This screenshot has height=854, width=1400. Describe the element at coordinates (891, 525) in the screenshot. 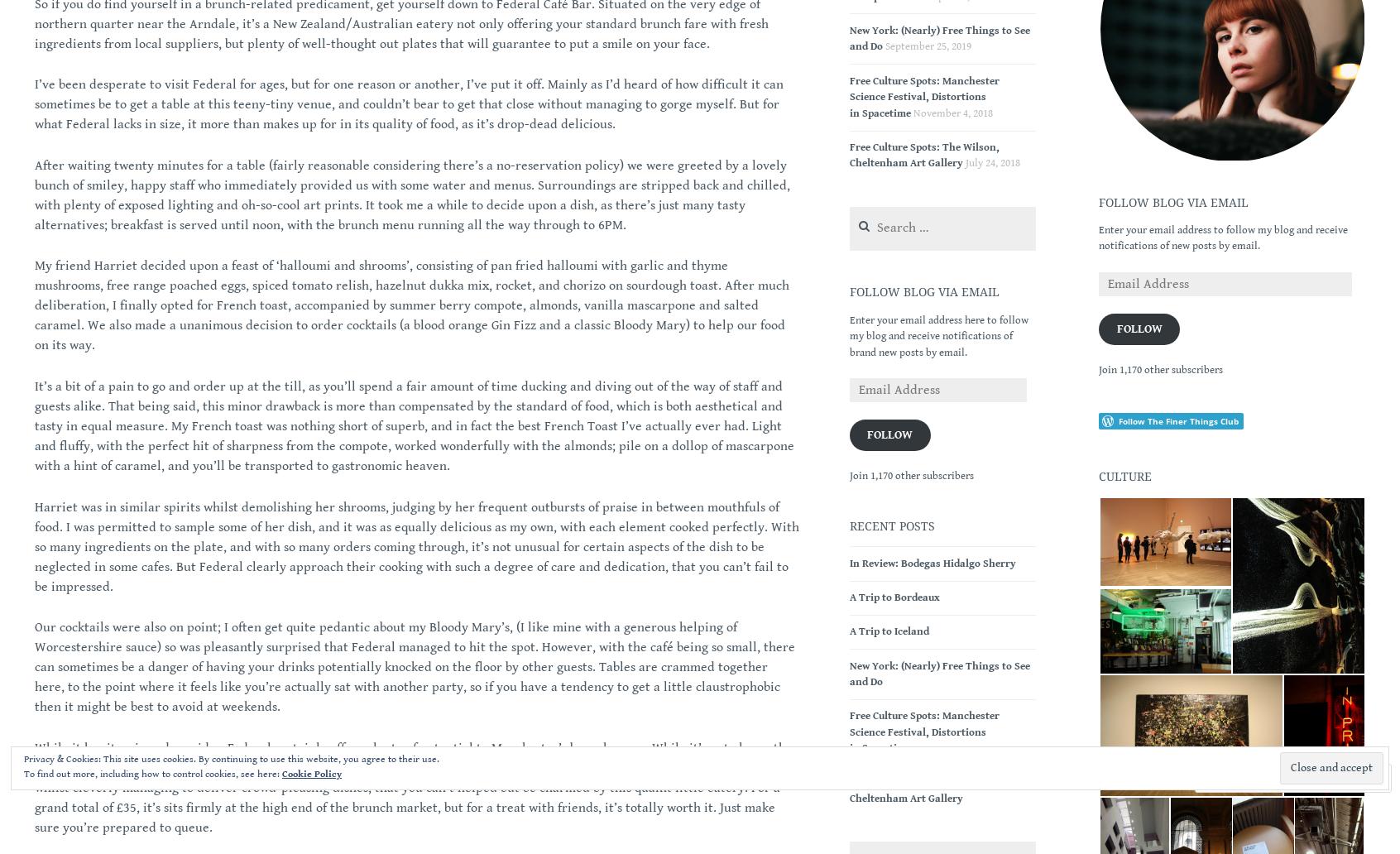

I see `'Recent Posts'` at that location.